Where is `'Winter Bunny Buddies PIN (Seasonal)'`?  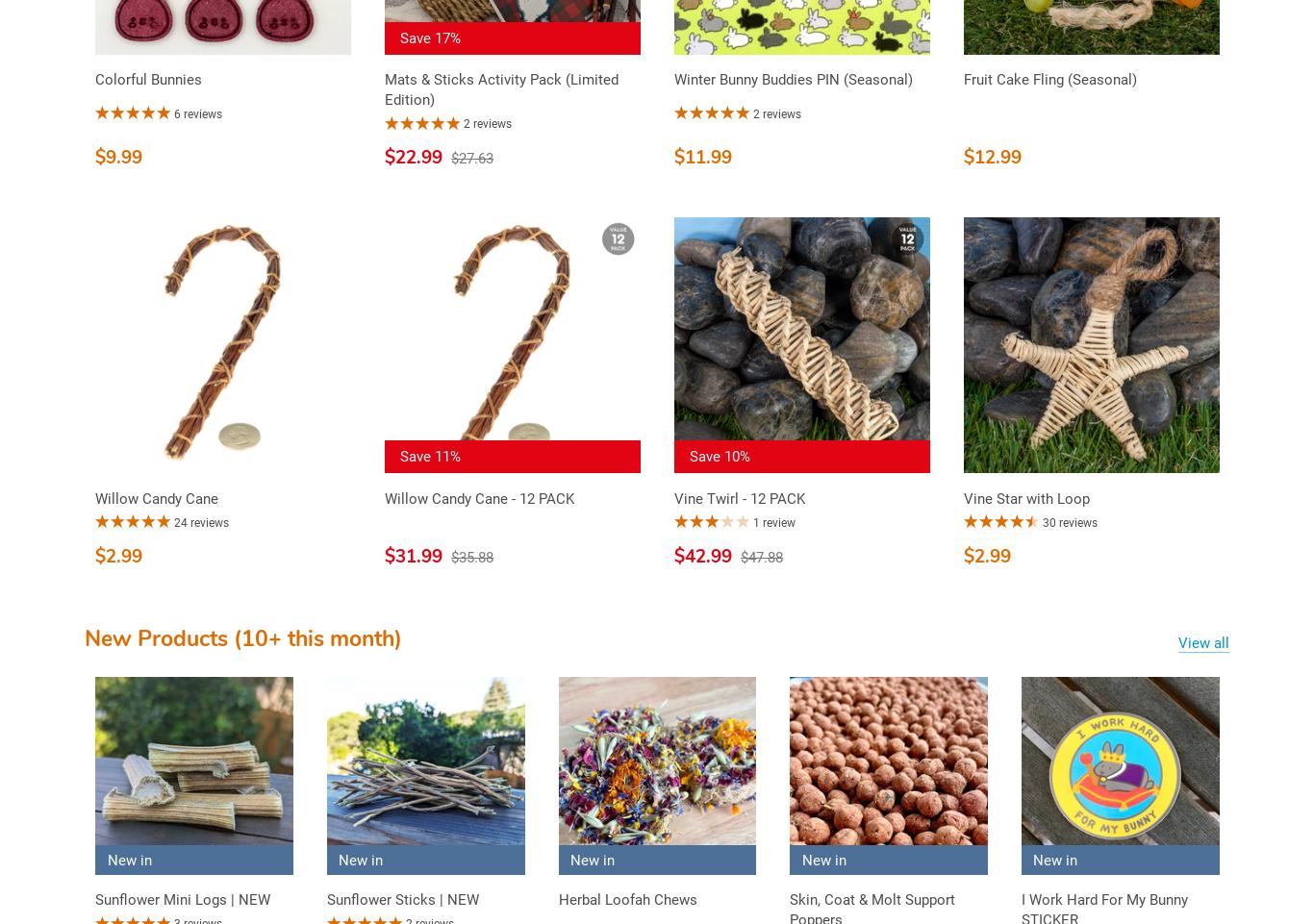 'Winter Bunny Buddies PIN (Seasonal)' is located at coordinates (791, 80).